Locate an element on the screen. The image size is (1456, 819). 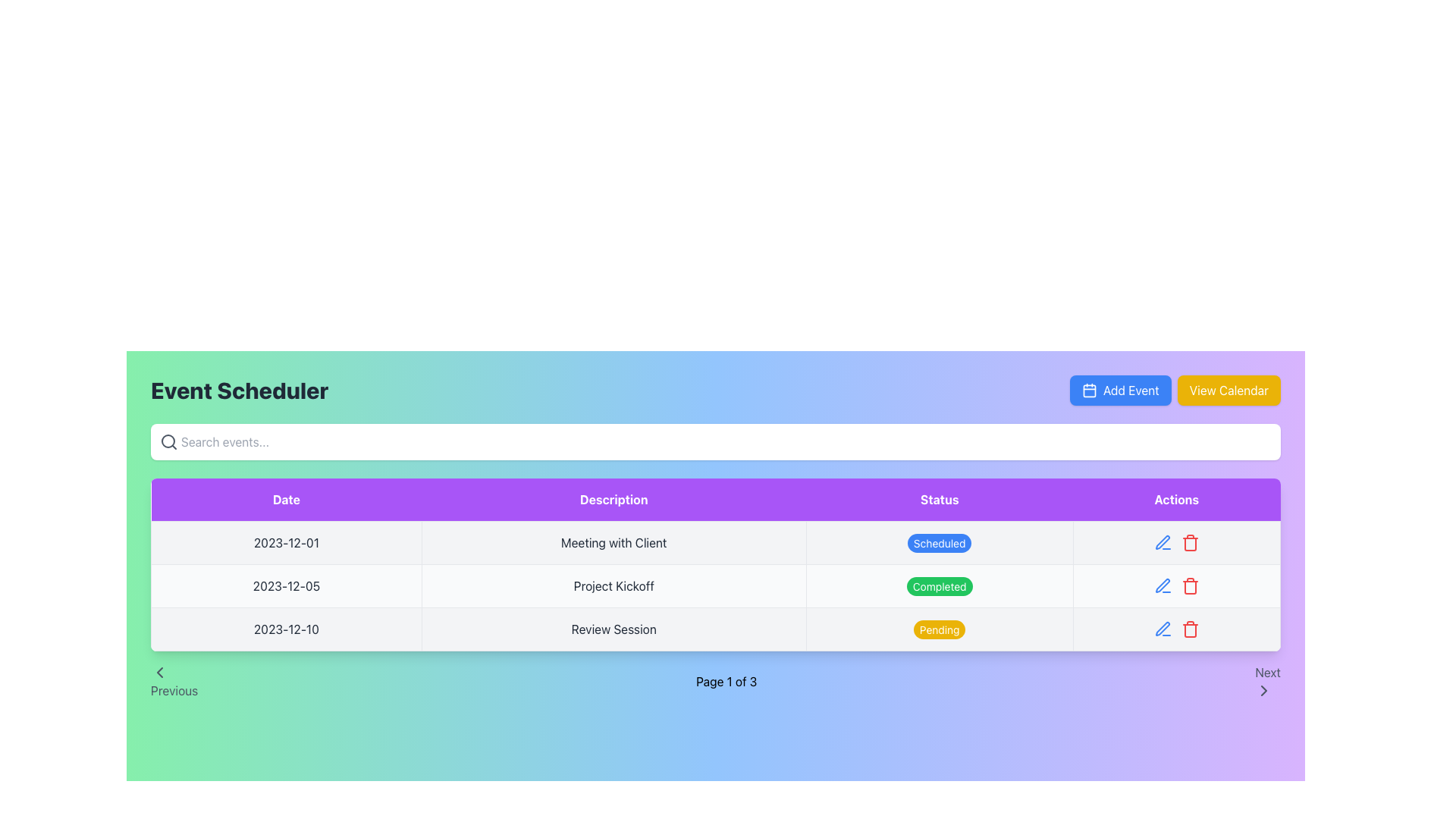
the text label for the project titled 'Project Kickoff', located in the second row of the table under the 'Description' column is located at coordinates (613, 585).